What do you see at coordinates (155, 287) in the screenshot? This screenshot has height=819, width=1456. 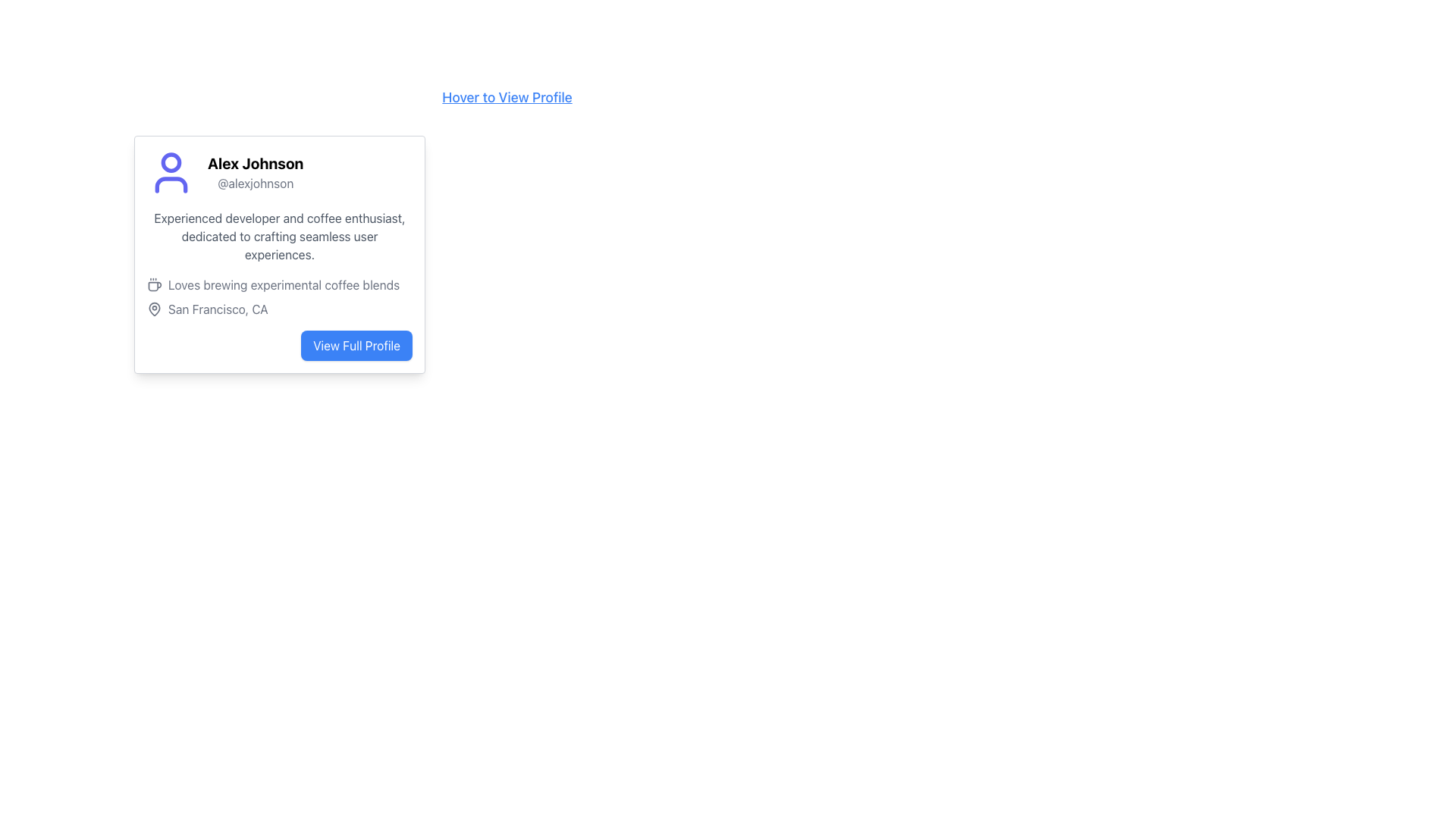 I see `the decorative coffee cup icon located to the left of the text 'Loves brewing experimental coffee blends' in the user's profile card` at bounding box center [155, 287].